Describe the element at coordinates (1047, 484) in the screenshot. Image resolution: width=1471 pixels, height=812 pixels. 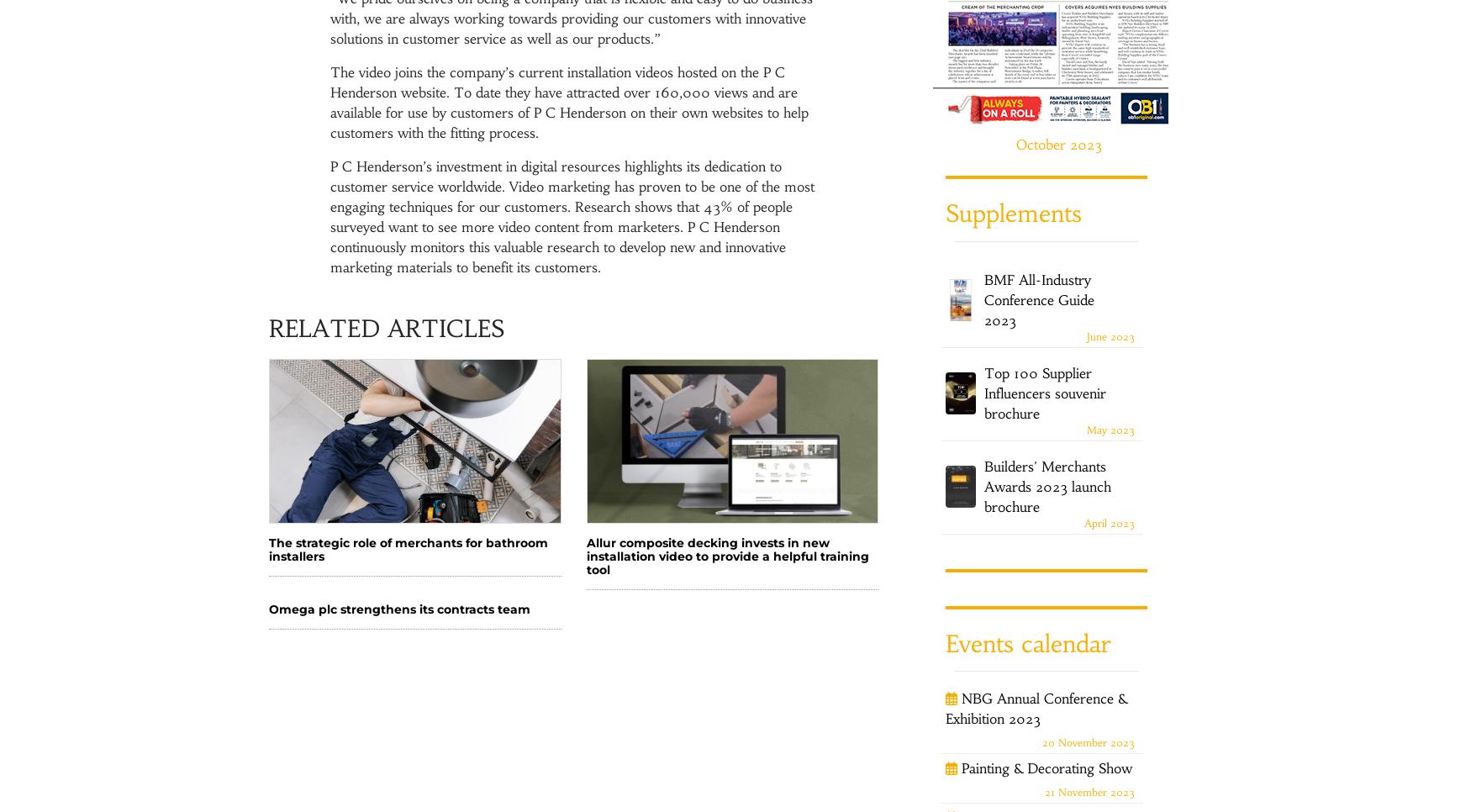
I see `'Builders' Merchants Awards 2023 launch brochure'` at that location.